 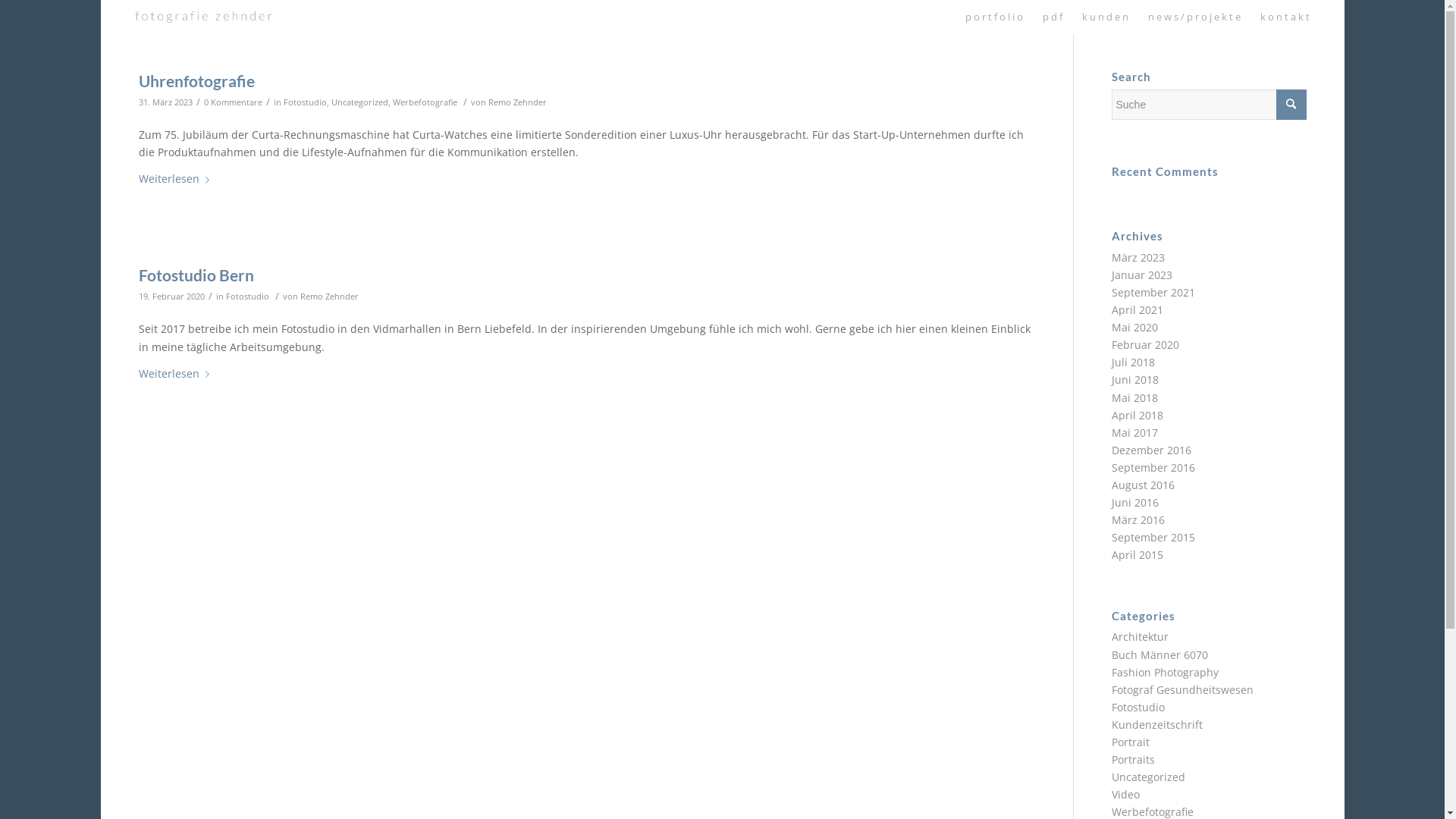 I want to click on '0 Kommentare', so click(x=202, y=102).